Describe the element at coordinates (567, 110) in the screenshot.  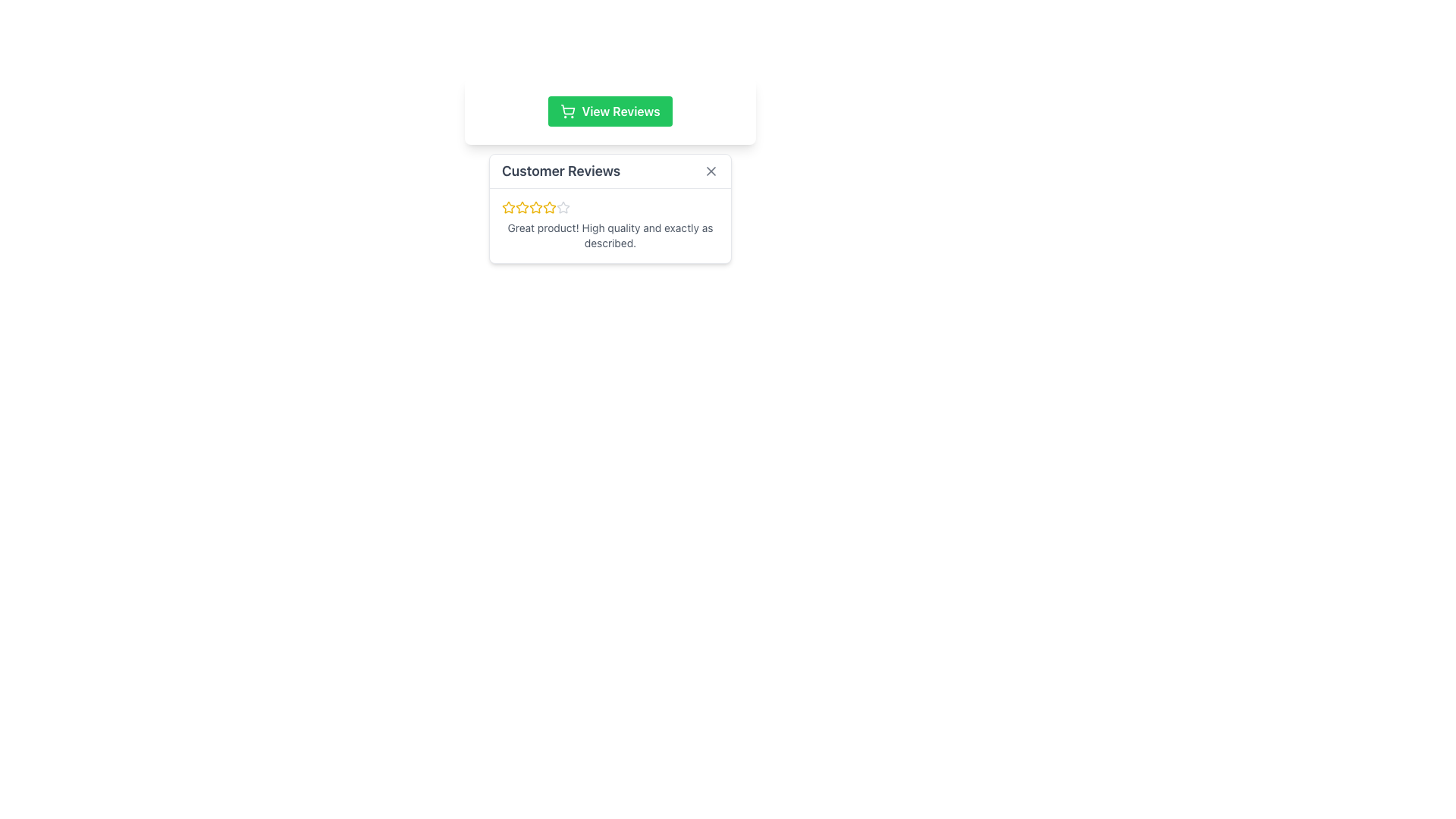
I see `the shopping cart icon, which is a white outline on a green circular background, located inside the 'View Reviews' button on the left side` at that location.